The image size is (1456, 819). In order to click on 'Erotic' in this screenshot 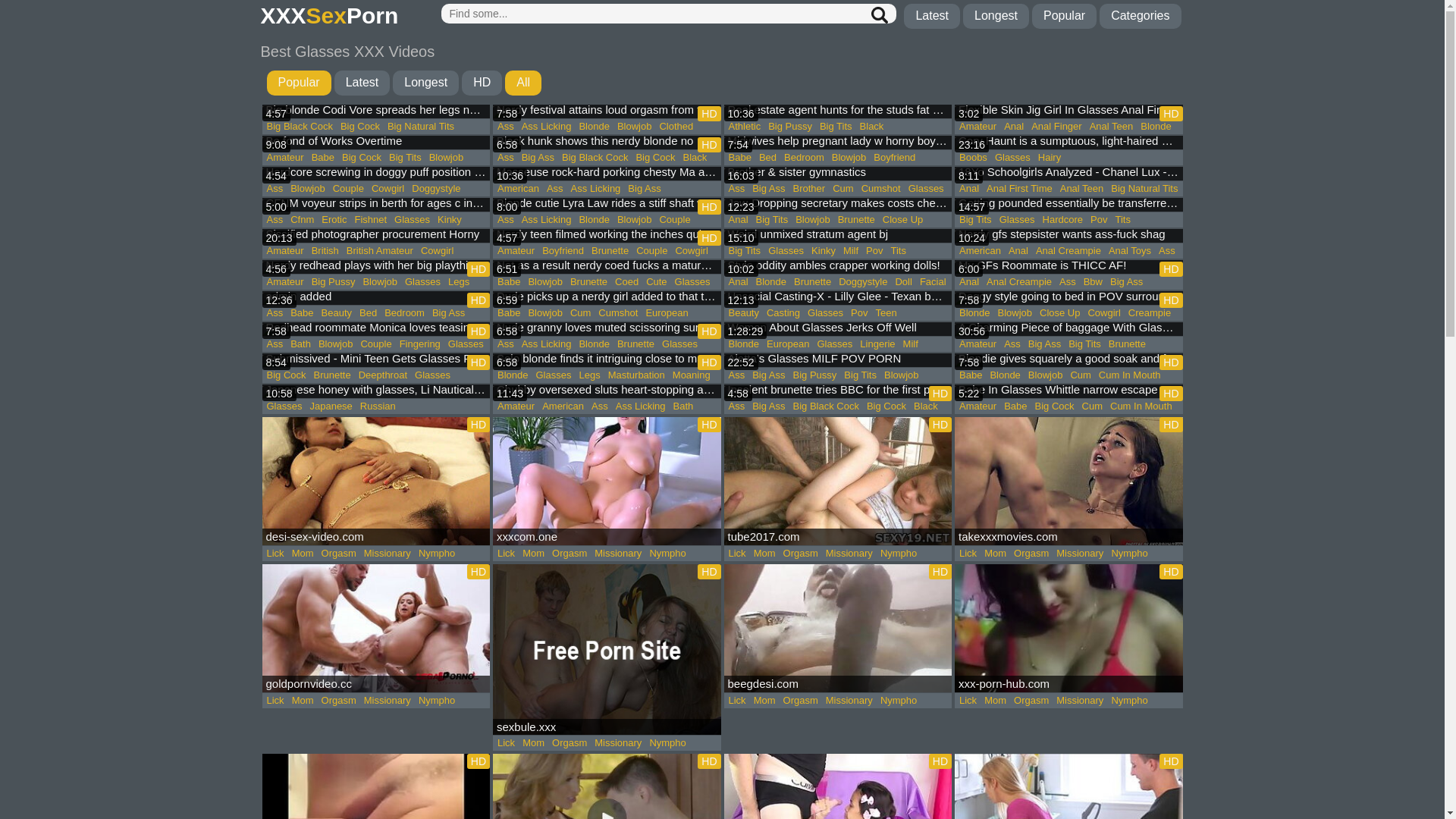, I will do `click(333, 219)`.